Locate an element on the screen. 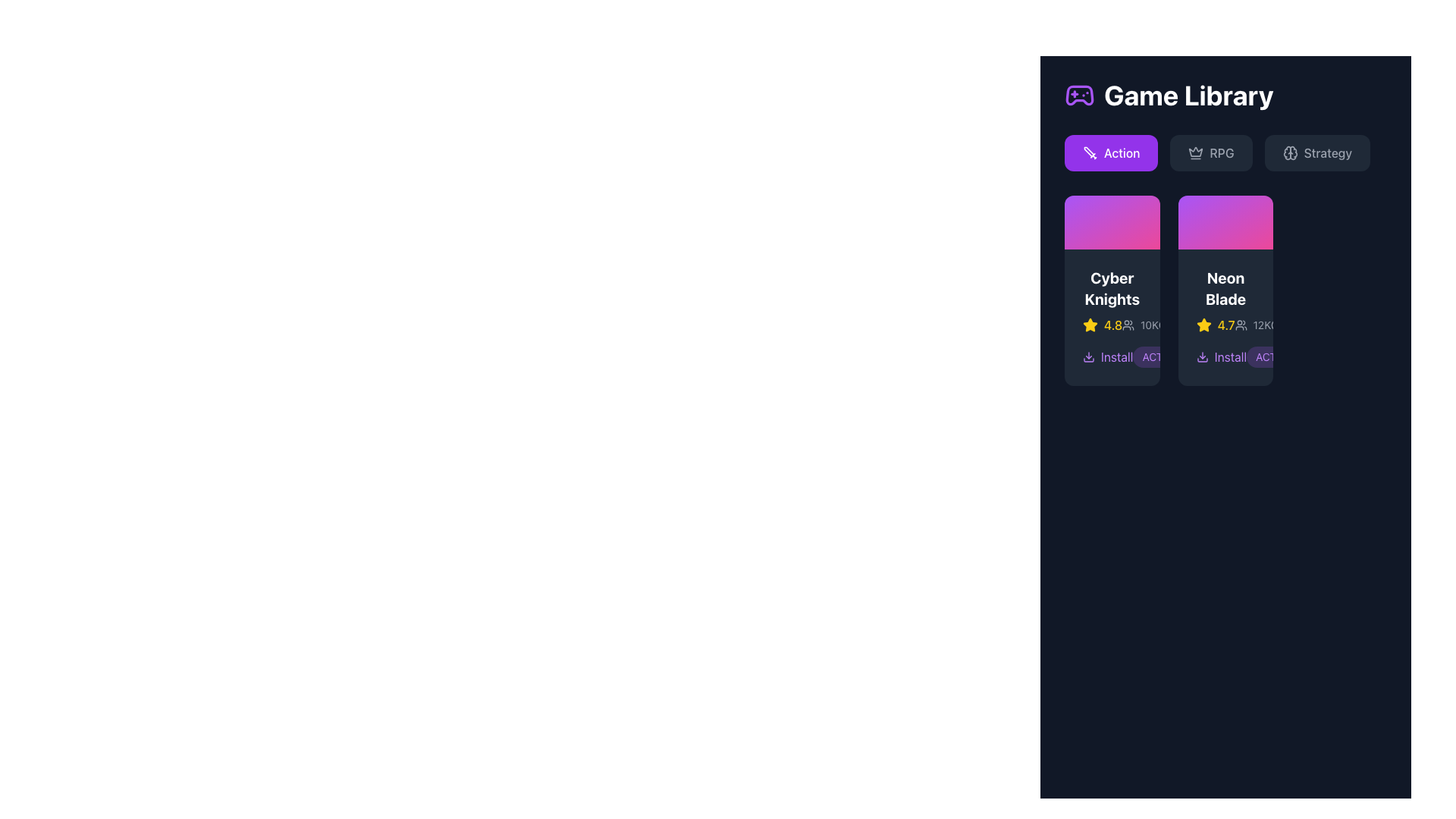 This screenshot has width=1456, height=819. the 'RPG' category selection button located between the 'Action' button on the left and the 'Strategy' button on the right under the 'Game Library' header is located at coordinates (1210, 152).